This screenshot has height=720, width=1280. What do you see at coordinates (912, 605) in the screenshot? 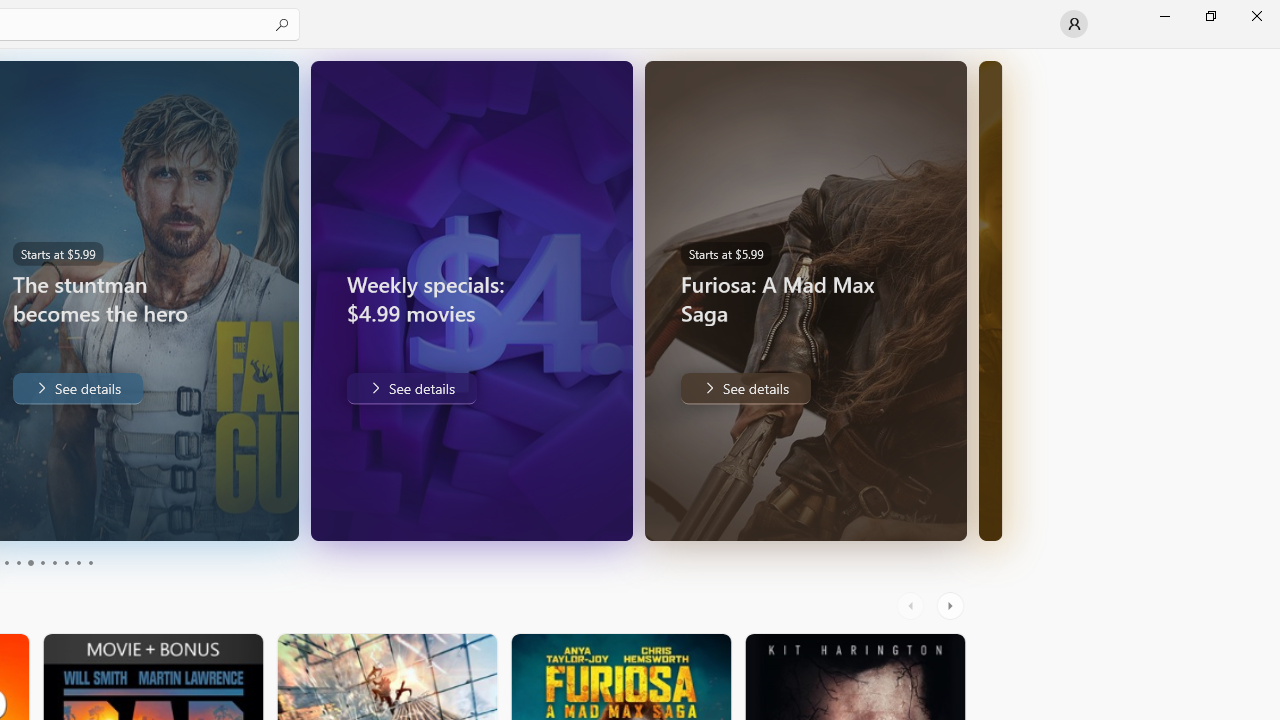
I see `'AutomationID: LeftScrollButton'` at bounding box center [912, 605].